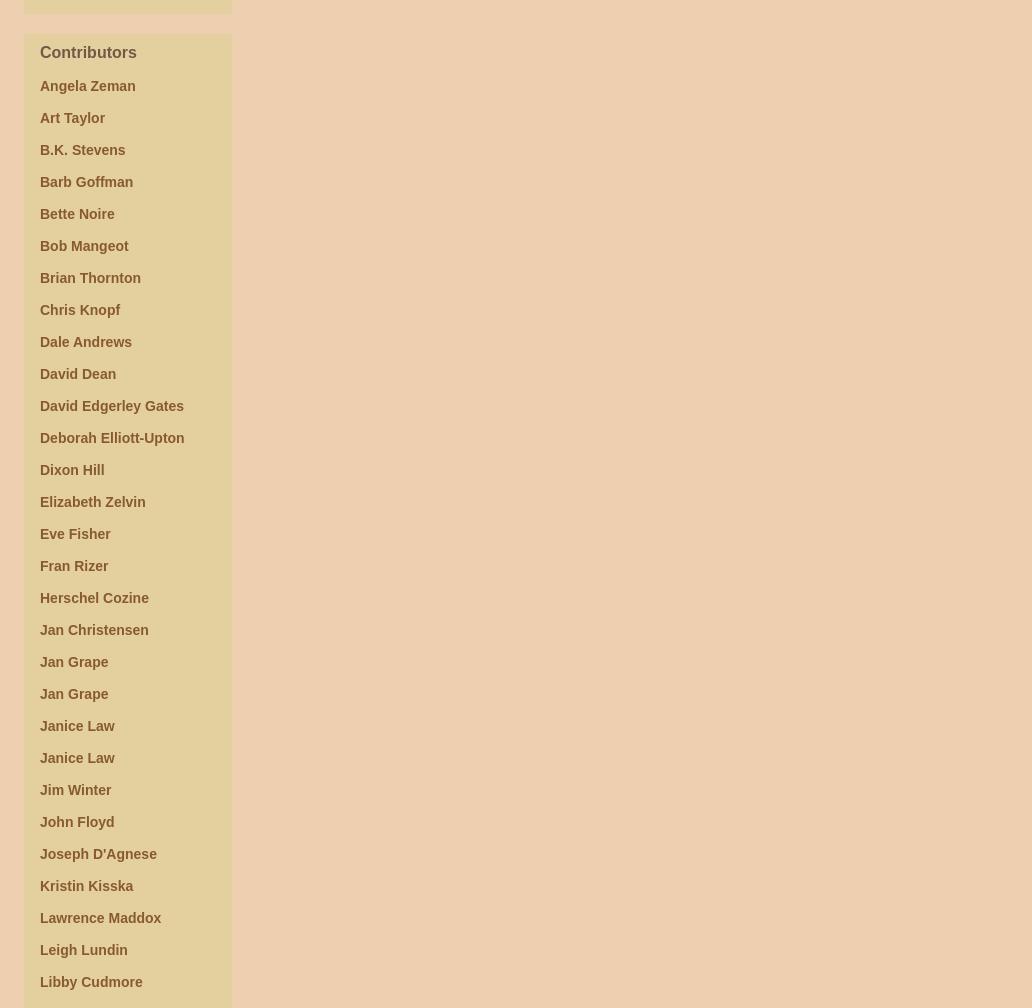  I want to click on 'Bob Mangeot', so click(84, 245).